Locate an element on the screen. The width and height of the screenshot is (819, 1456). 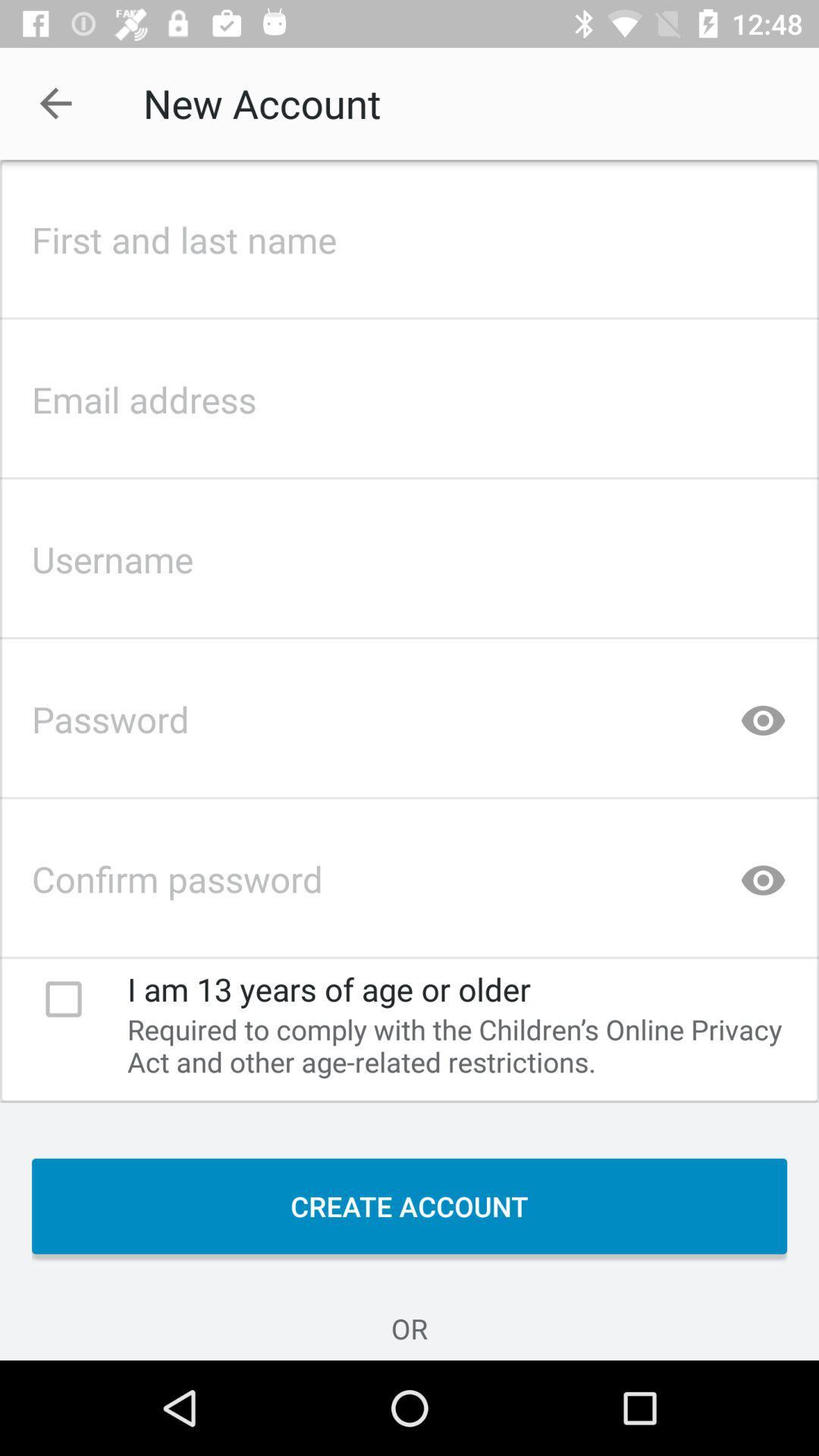
create account is located at coordinates (409, 1205).